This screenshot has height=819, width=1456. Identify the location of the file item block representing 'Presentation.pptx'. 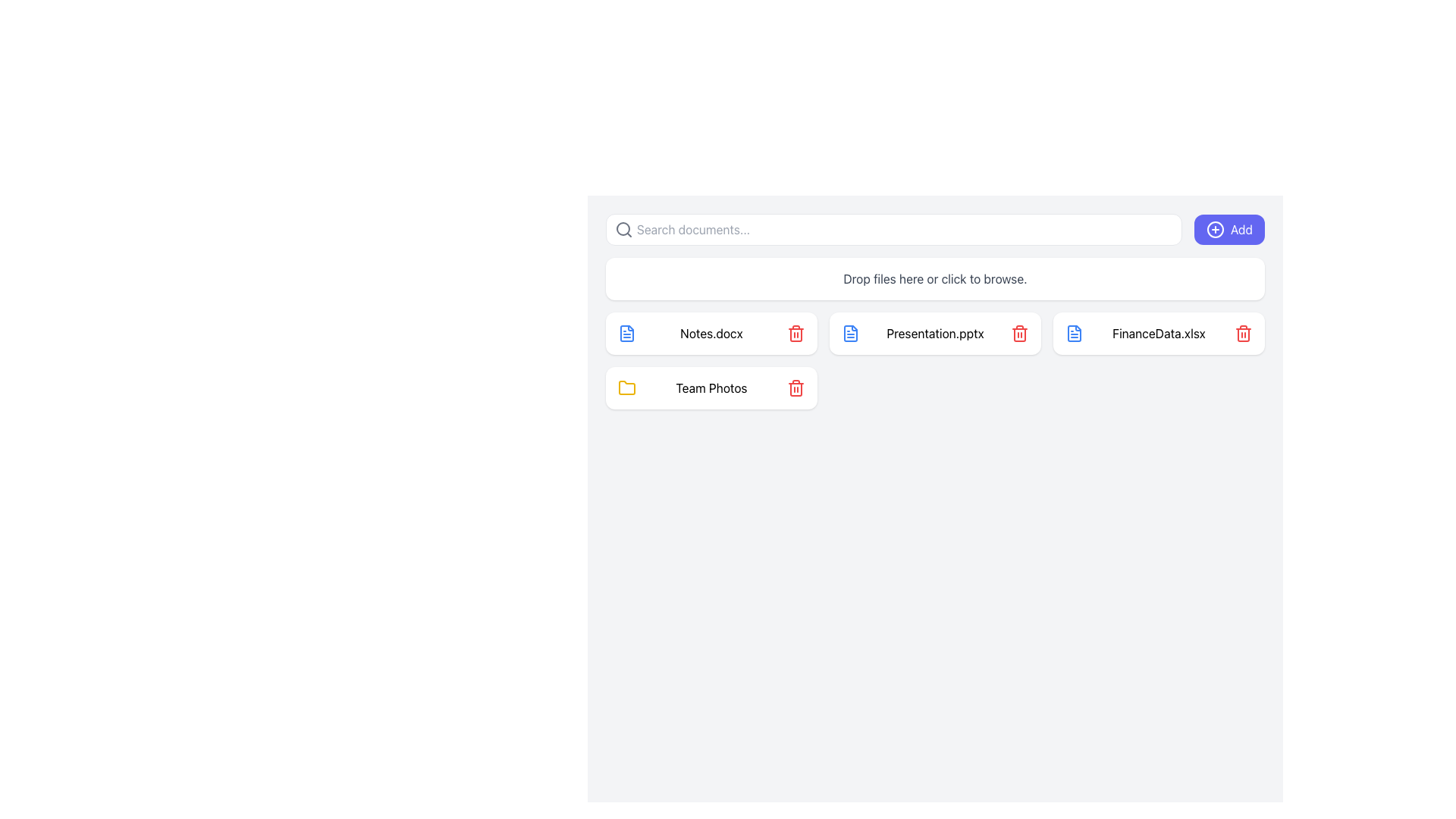
(934, 332).